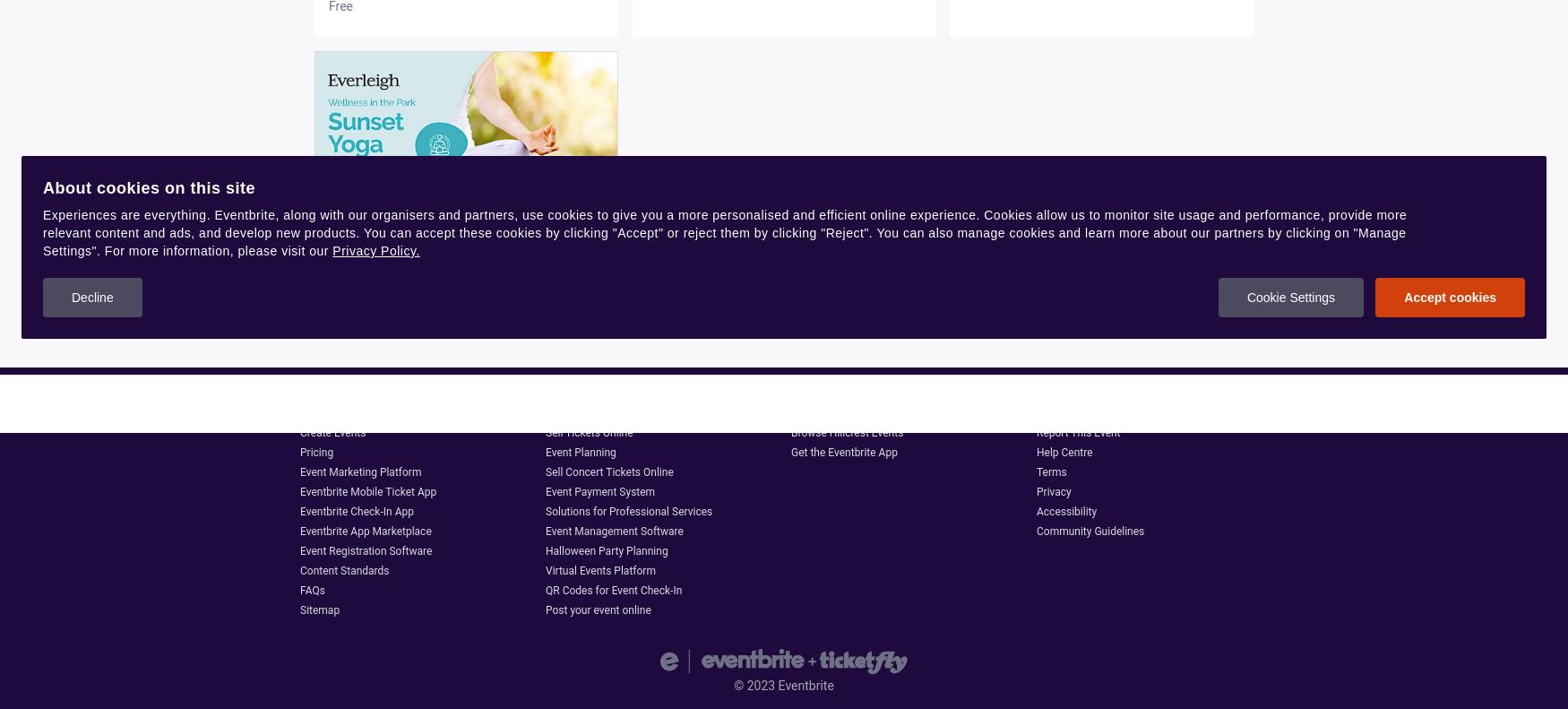 The image size is (1568, 709). What do you see at coordinates (299, 550) in the screenshot?
I see `'Event Registration Software'` at bounding box center [299, 550].